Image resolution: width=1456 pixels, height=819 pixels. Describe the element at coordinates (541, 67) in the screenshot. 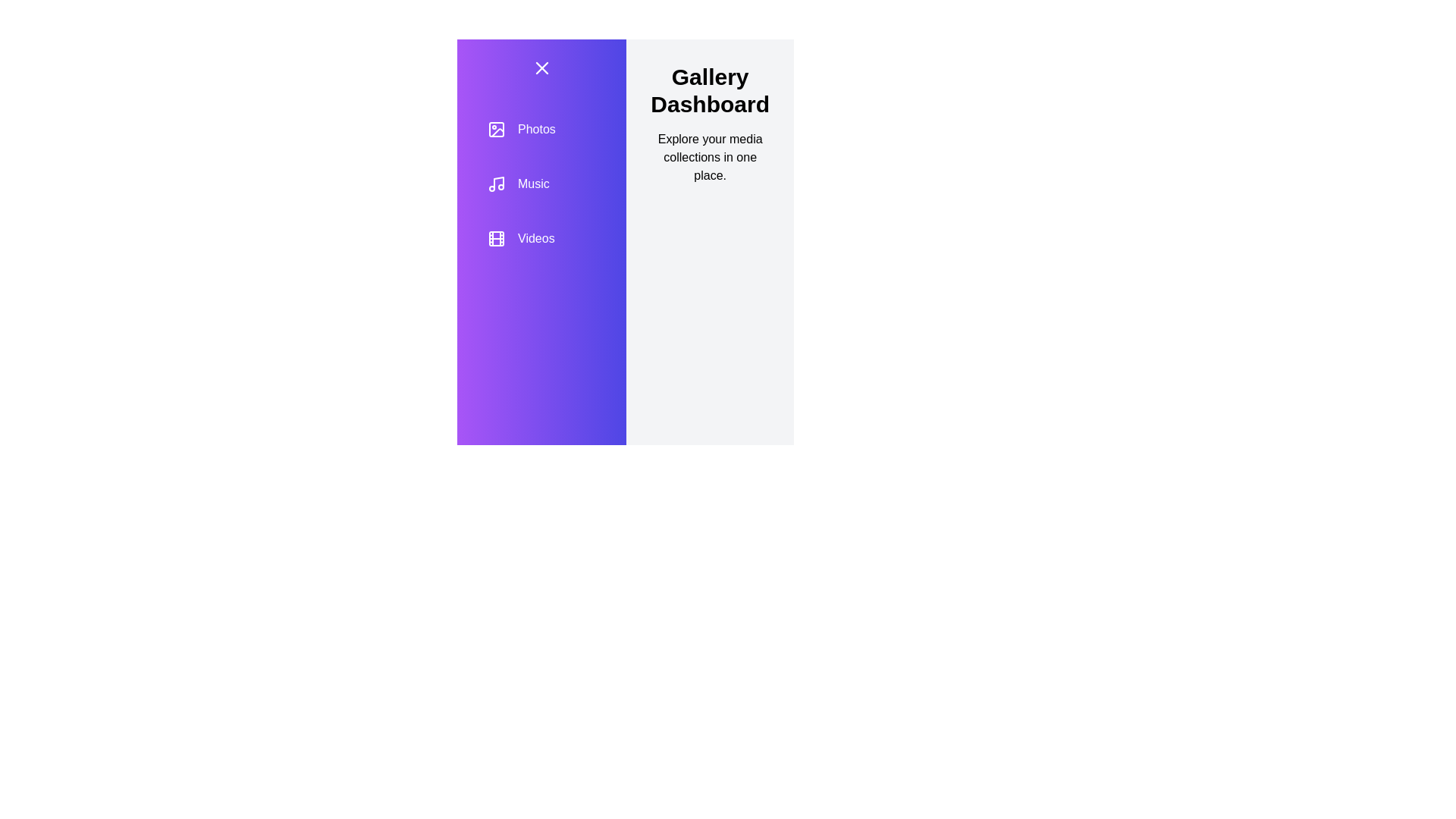

I see `the toggle button to toggle the visibility of the drawer` at that location.